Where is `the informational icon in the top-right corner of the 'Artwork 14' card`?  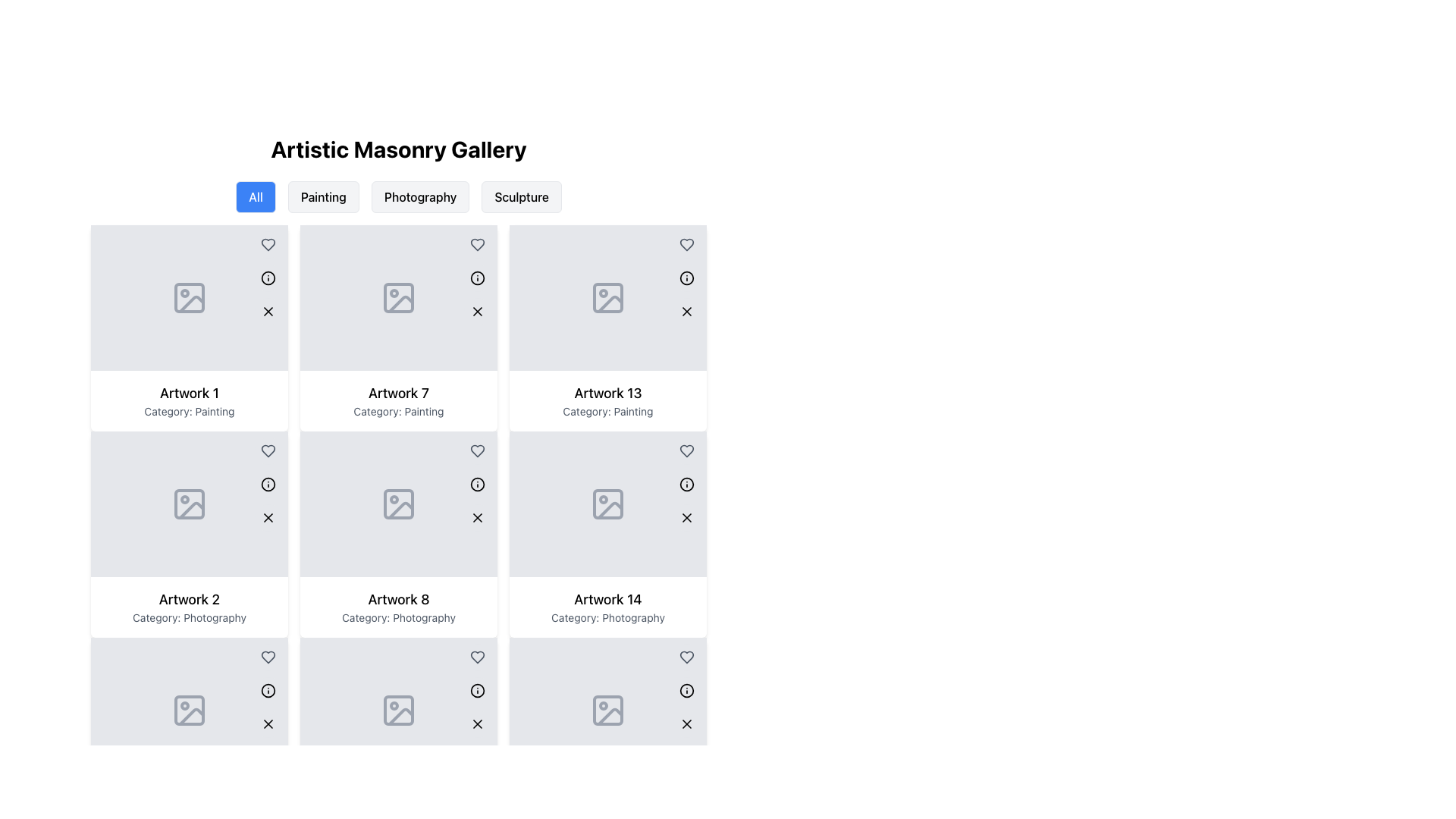 the informational icon in the top-right corner of the 'Artwork 14' card is located at coordinates (686, 690).